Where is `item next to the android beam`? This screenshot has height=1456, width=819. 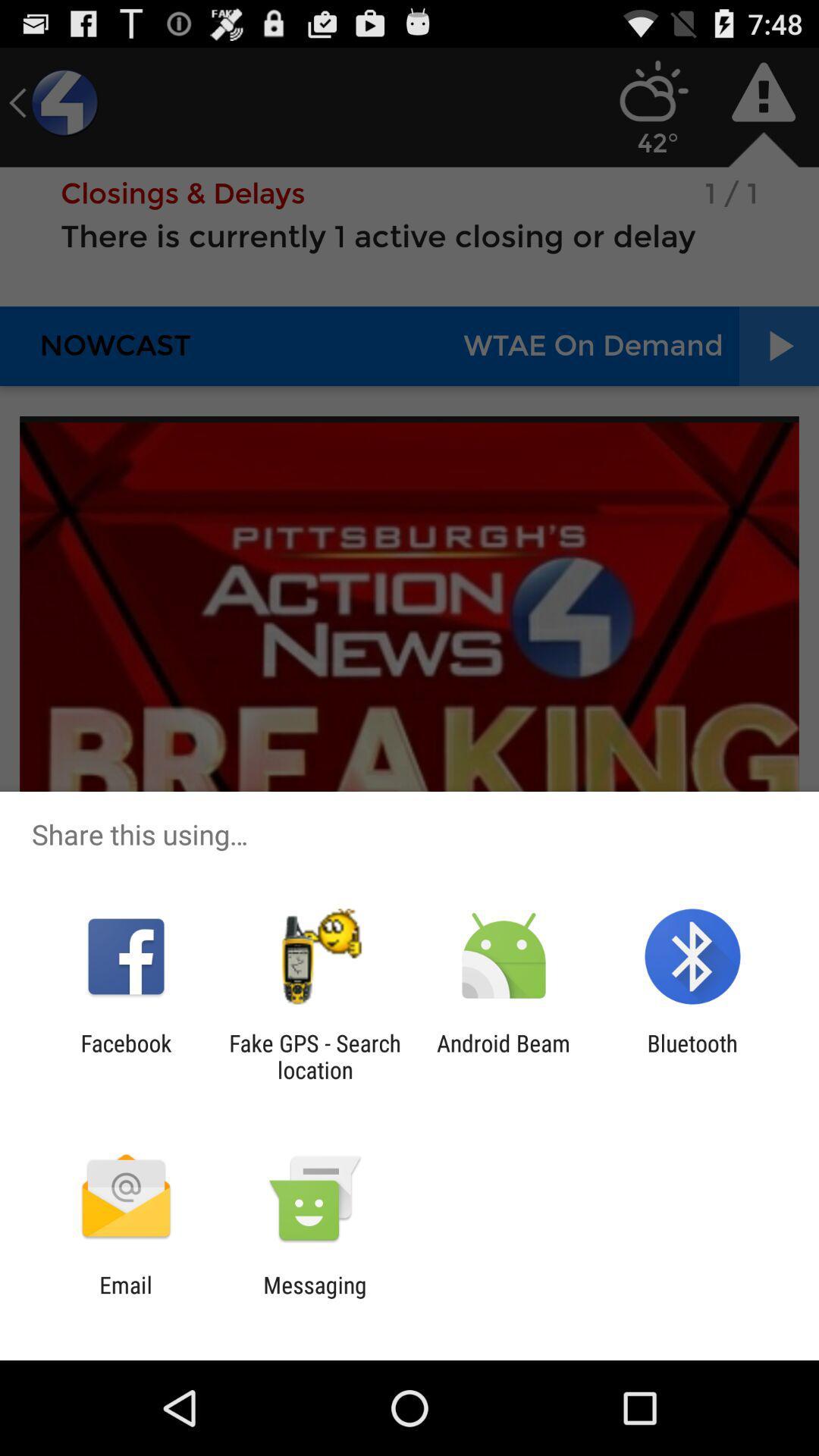
item next to the android beam is located at coordinates (314, 1056).